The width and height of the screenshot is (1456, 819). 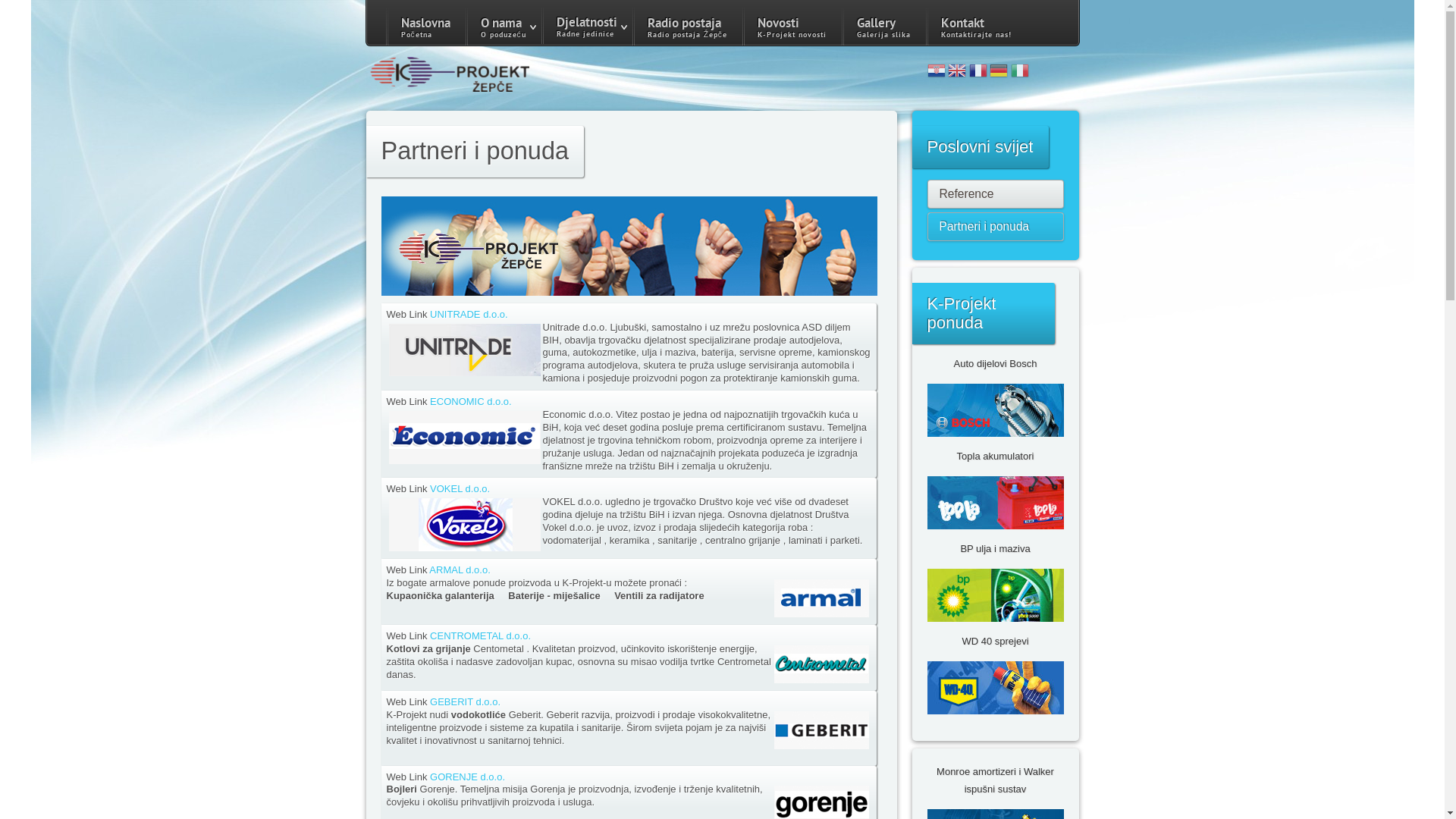 What do you see at coordinates (479, 635) in the screenshot?
I see `'CENTROMETAL d.o.o.'` at bounding box center [479, 635].